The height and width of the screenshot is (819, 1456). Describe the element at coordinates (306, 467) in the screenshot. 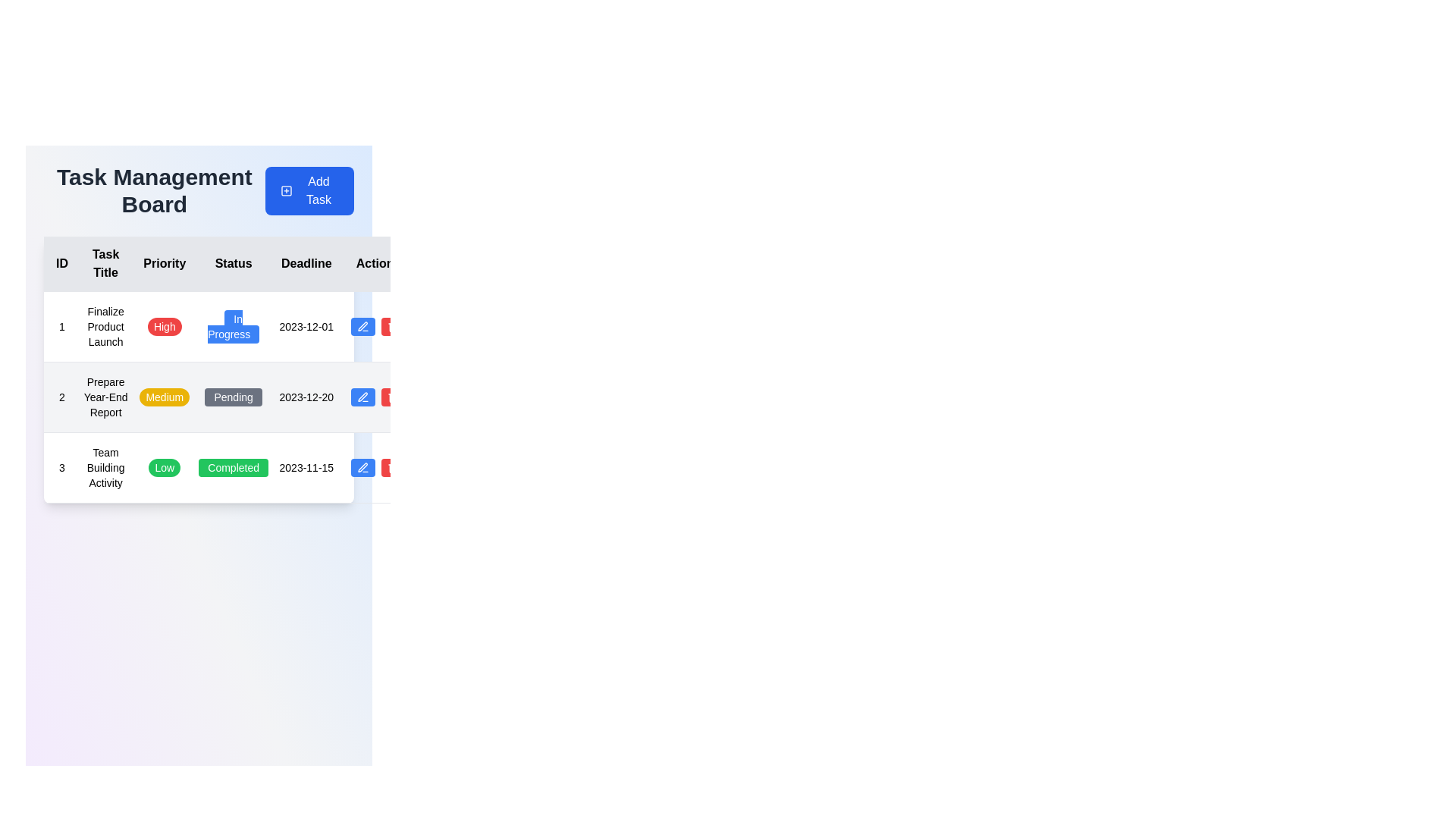

I see `the text label displaying the deadline date for the 'Team Building Activity' task, located in the third row under the 'Deadline' column` at that location.